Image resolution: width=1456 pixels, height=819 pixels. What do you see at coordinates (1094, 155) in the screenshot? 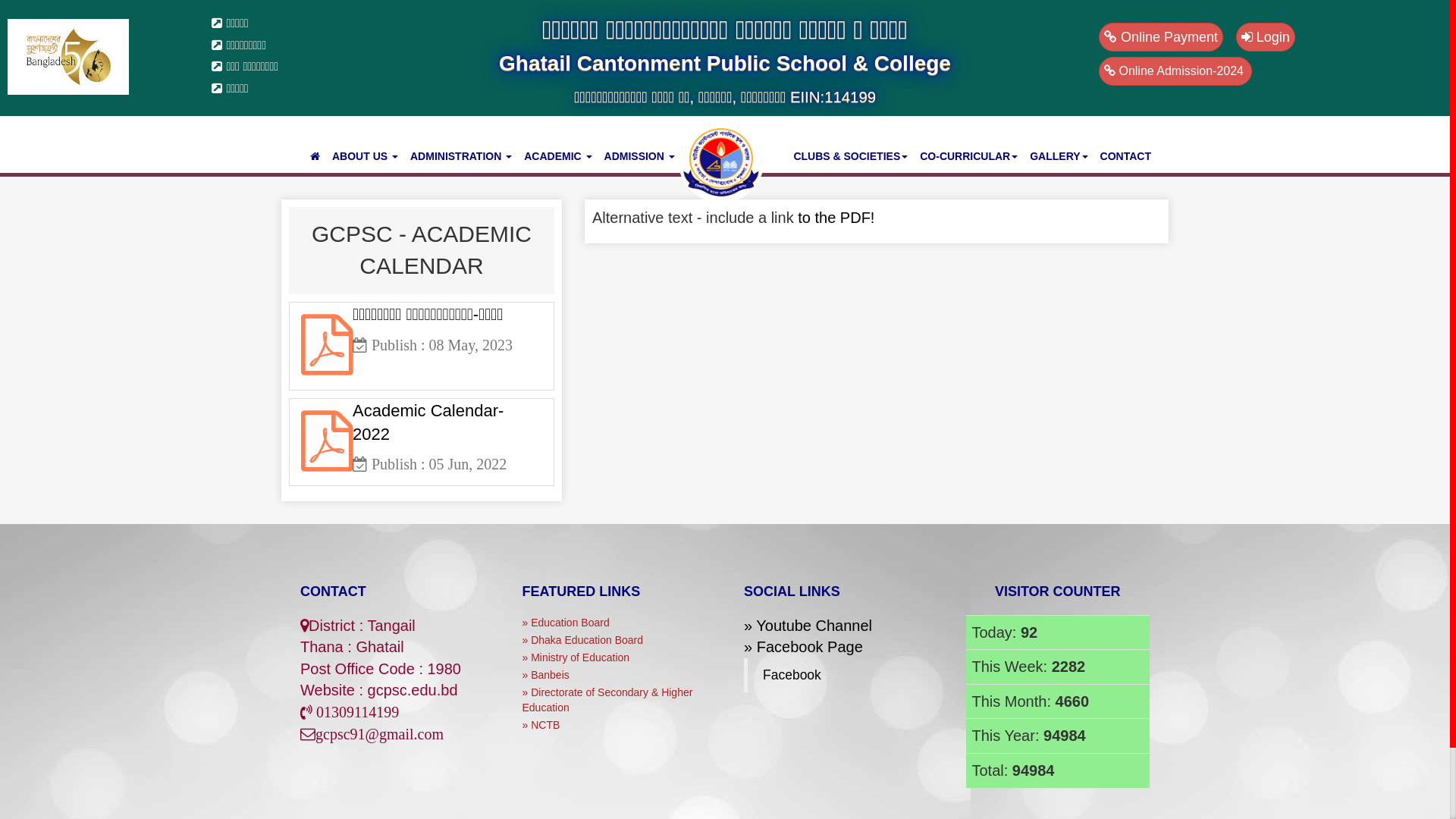
I see `'CONTACT'` at bounding box center [1094, 155].